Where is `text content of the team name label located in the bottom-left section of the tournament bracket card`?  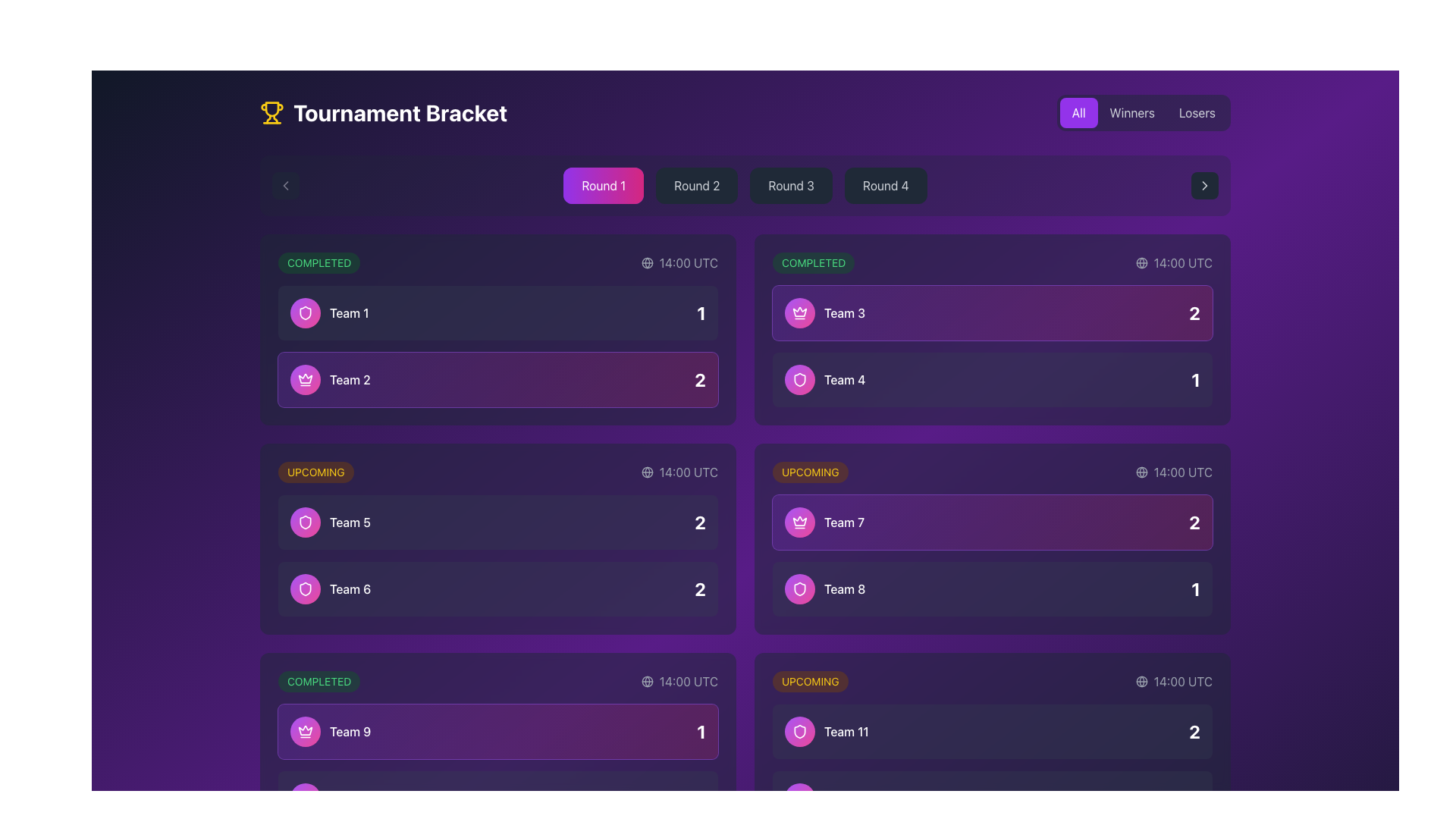
text content of the team name label located in the bottom-left section of the tournament bracket card is located at coordinates (332, 798).